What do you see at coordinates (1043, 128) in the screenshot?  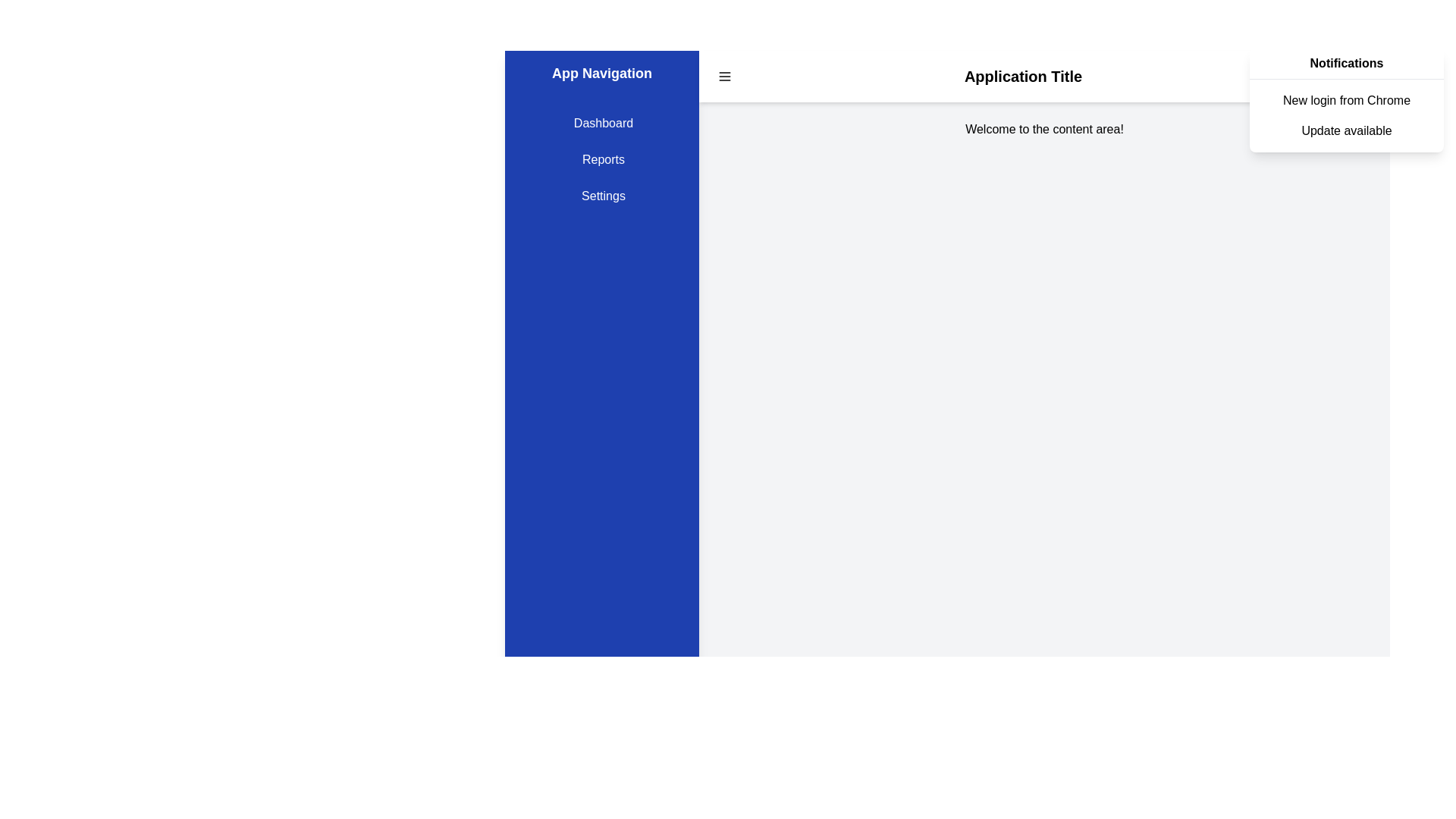 I see `the text label displaying 'Welcome to the content area!' located near the top of the content section` at bounding box center [1043, 128].